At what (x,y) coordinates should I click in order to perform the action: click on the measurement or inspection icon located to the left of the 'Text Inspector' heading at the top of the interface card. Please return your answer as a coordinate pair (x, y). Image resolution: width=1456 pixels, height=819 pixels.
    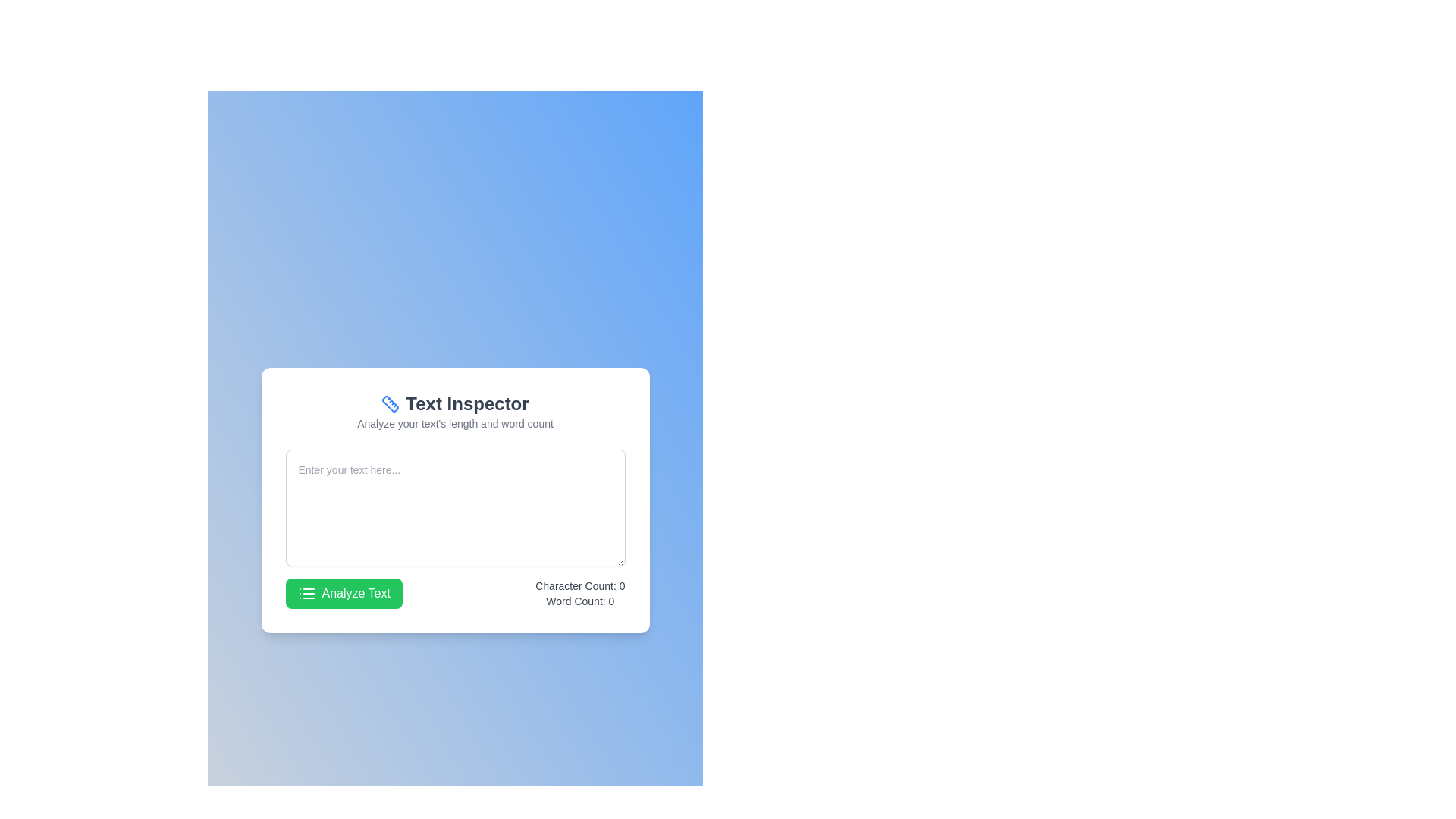
    Looking at the image, I should click on (391, 403).